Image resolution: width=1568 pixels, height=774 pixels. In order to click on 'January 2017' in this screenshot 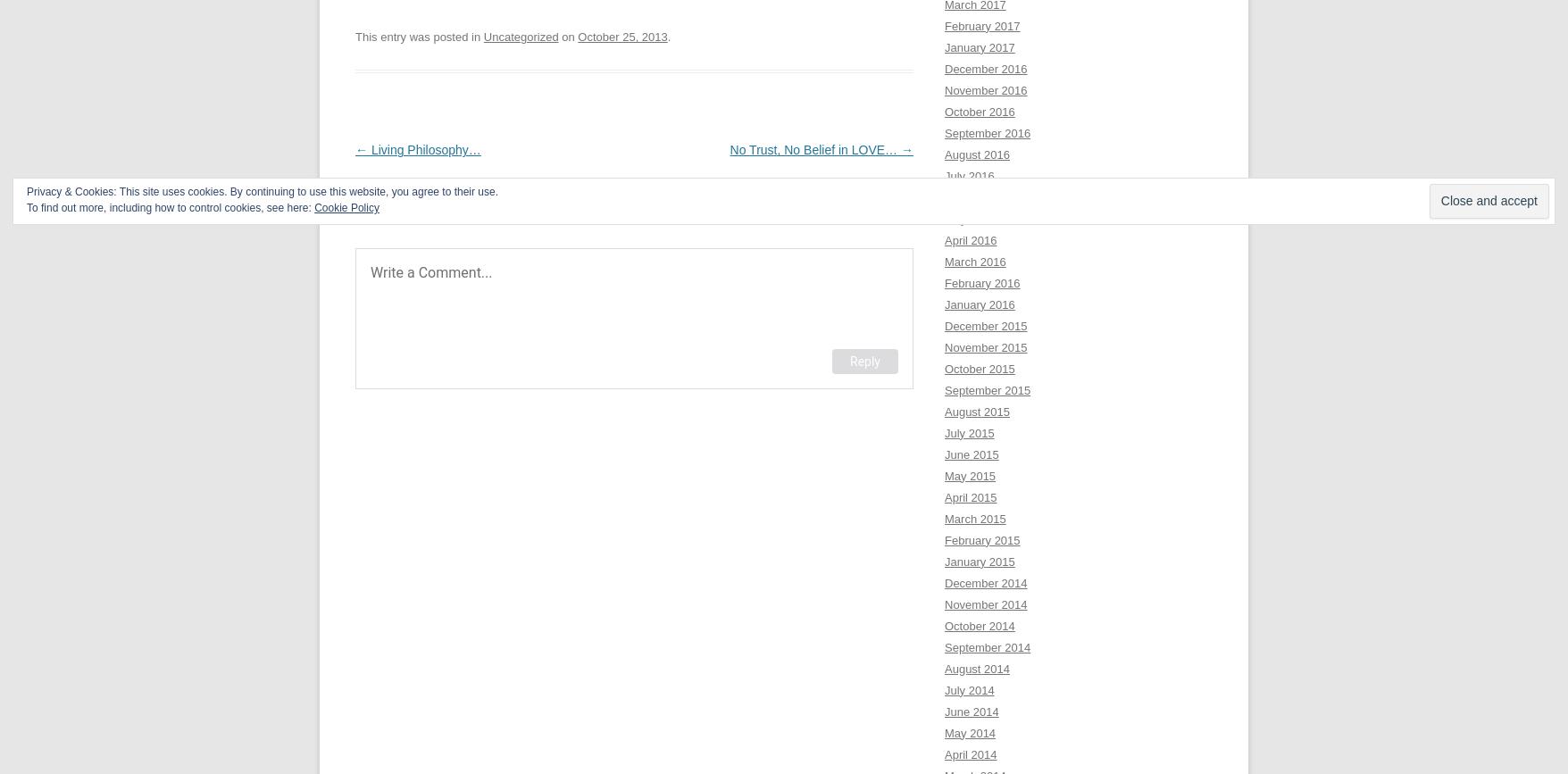, I will do `click(943, 46)`.